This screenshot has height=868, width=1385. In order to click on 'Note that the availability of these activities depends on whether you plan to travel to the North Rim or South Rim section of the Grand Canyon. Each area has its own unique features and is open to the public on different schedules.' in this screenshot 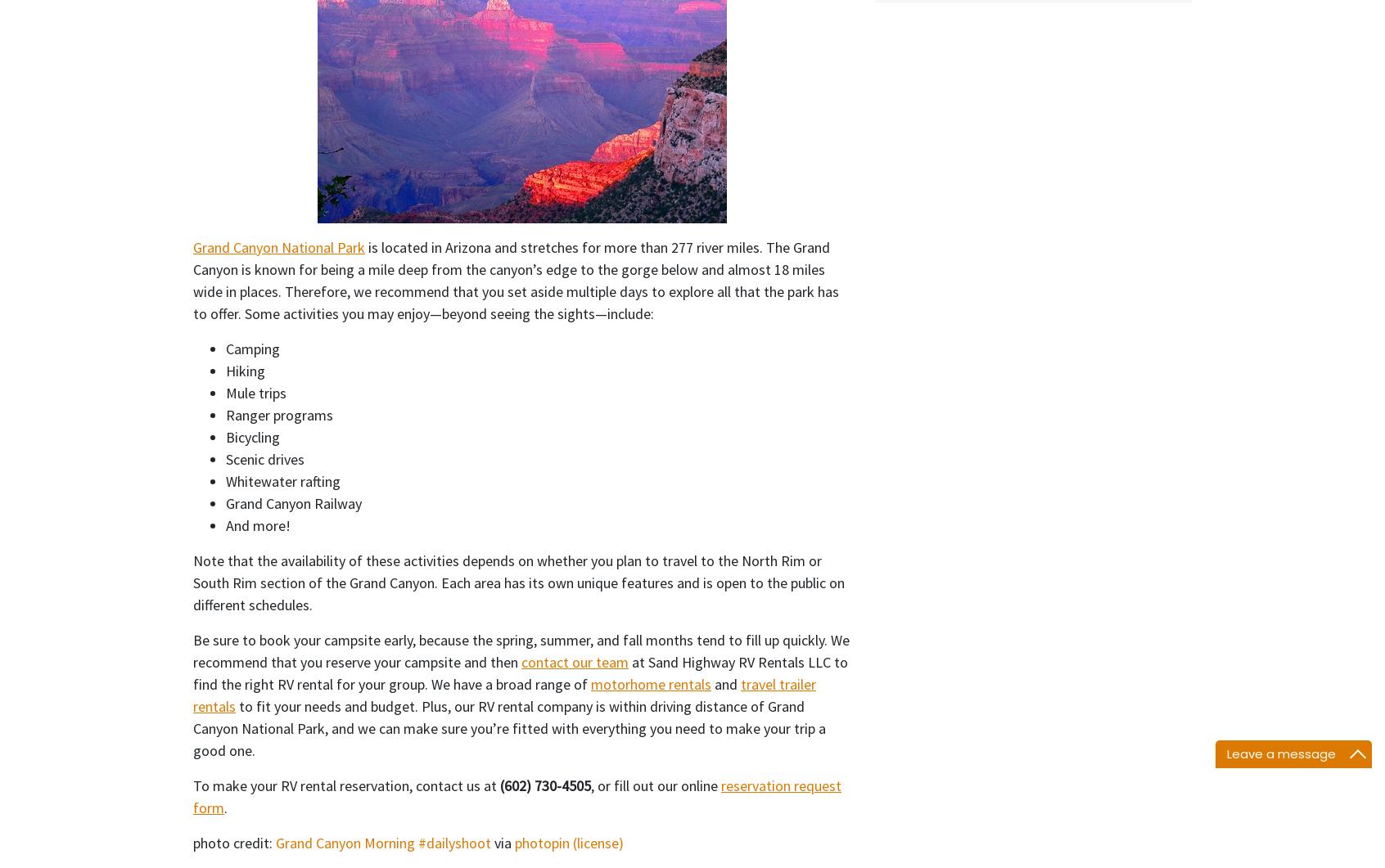, I will do `click(193, 582)`.